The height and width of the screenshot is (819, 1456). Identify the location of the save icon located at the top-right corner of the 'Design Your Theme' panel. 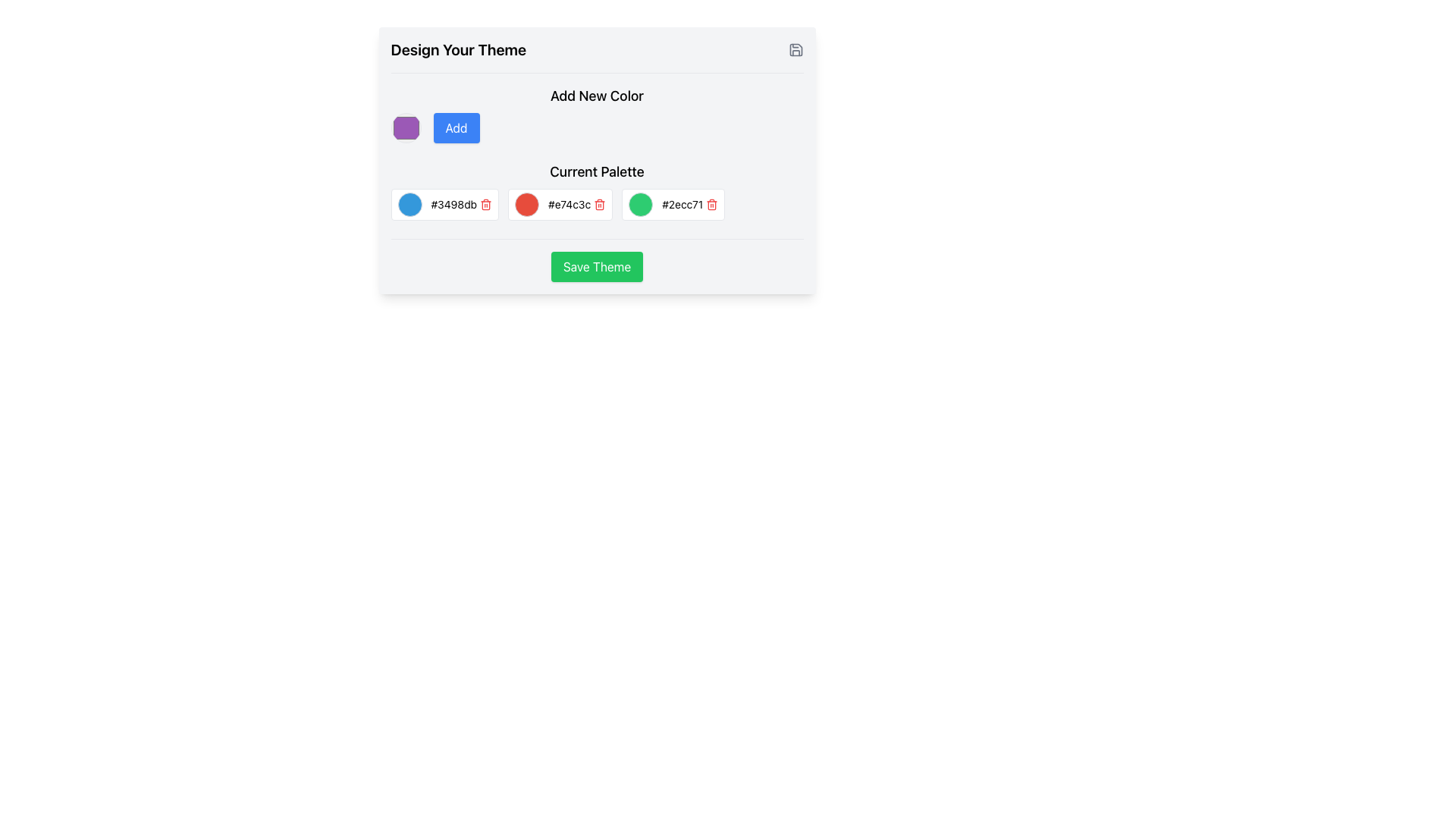
(795, 49).